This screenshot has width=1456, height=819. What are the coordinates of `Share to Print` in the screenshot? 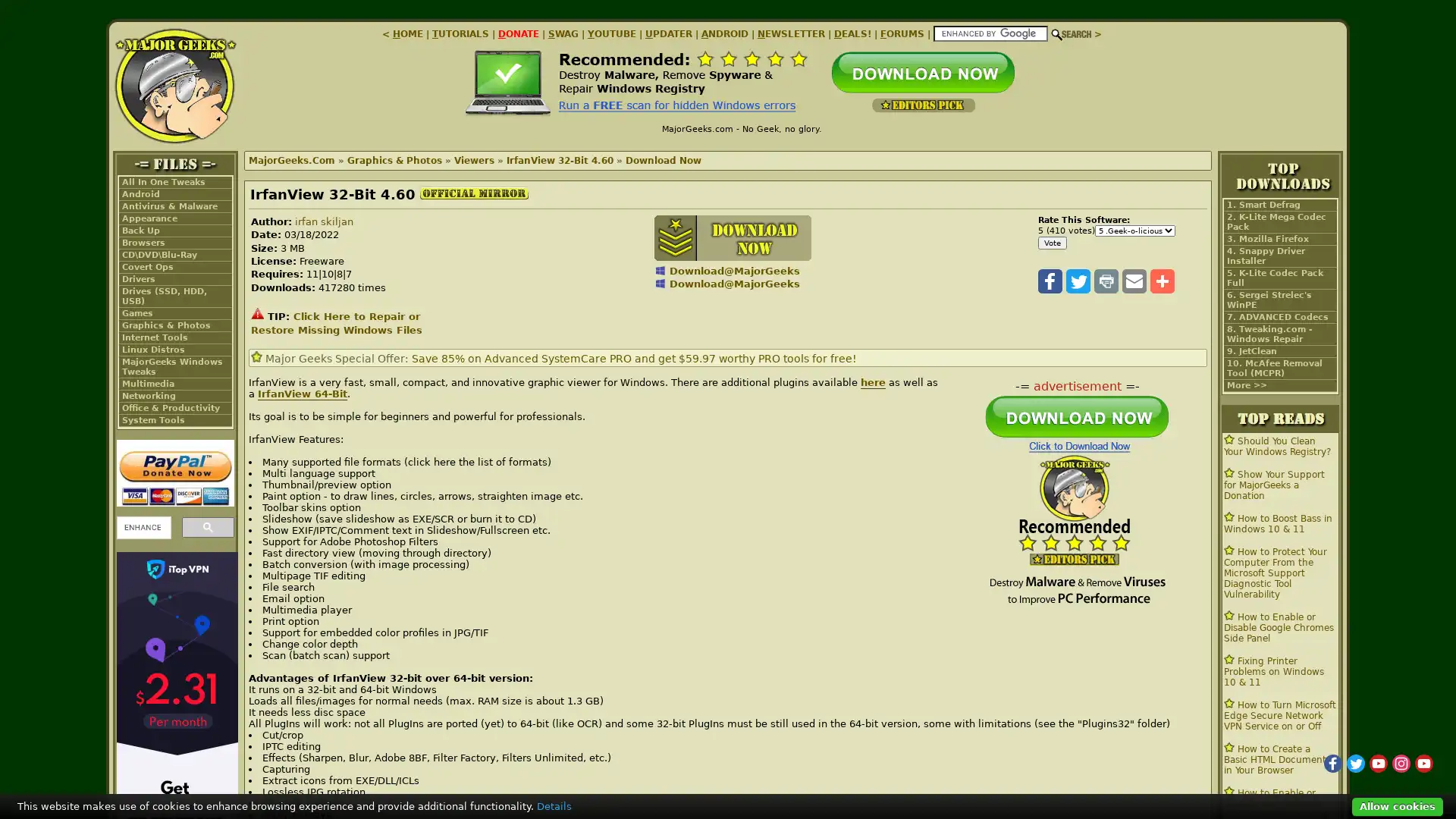 It's located at (1106, 281).